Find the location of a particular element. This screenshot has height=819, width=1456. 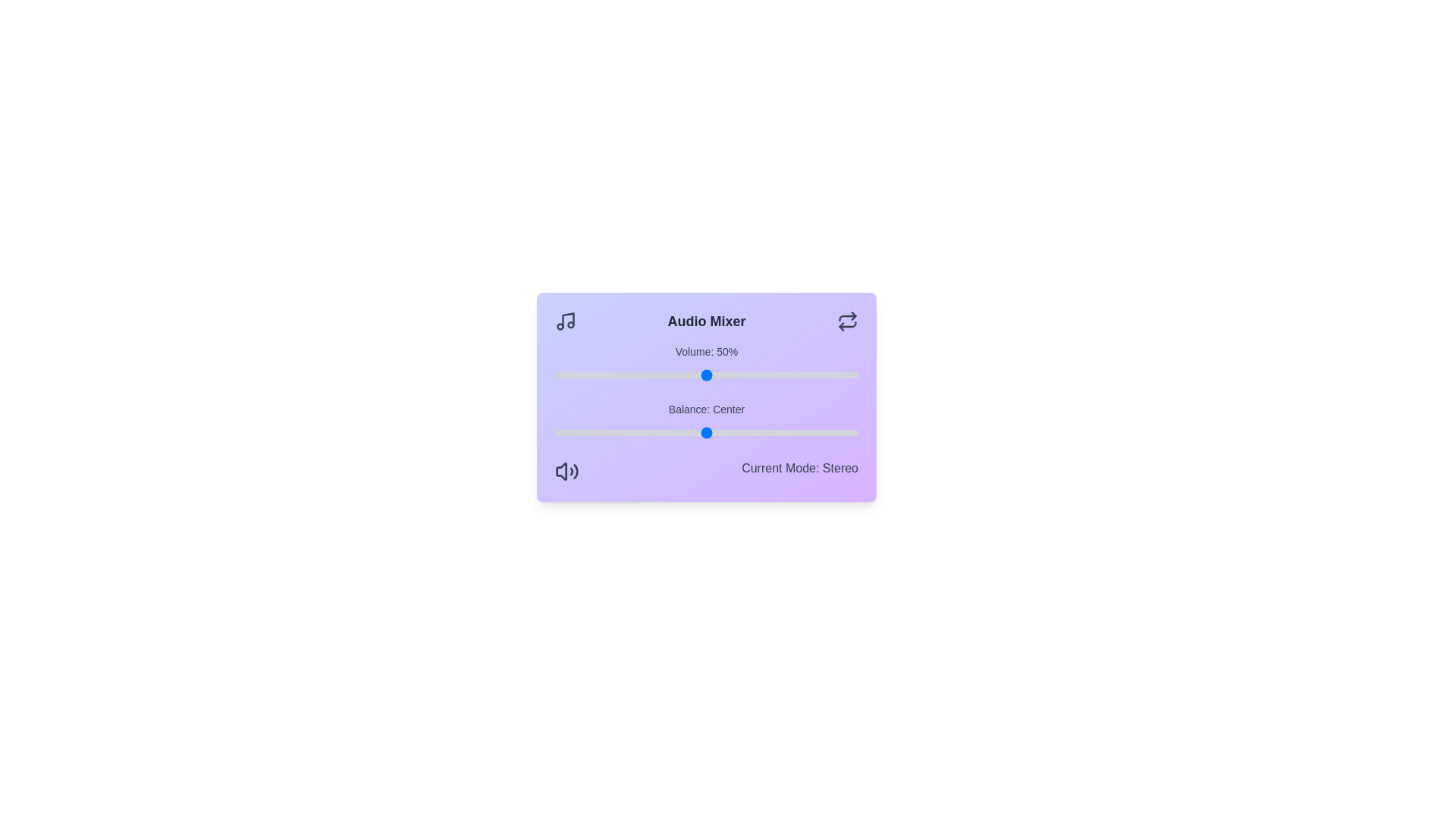

the balance slider to -35 value is located at coordinates (600, 432).